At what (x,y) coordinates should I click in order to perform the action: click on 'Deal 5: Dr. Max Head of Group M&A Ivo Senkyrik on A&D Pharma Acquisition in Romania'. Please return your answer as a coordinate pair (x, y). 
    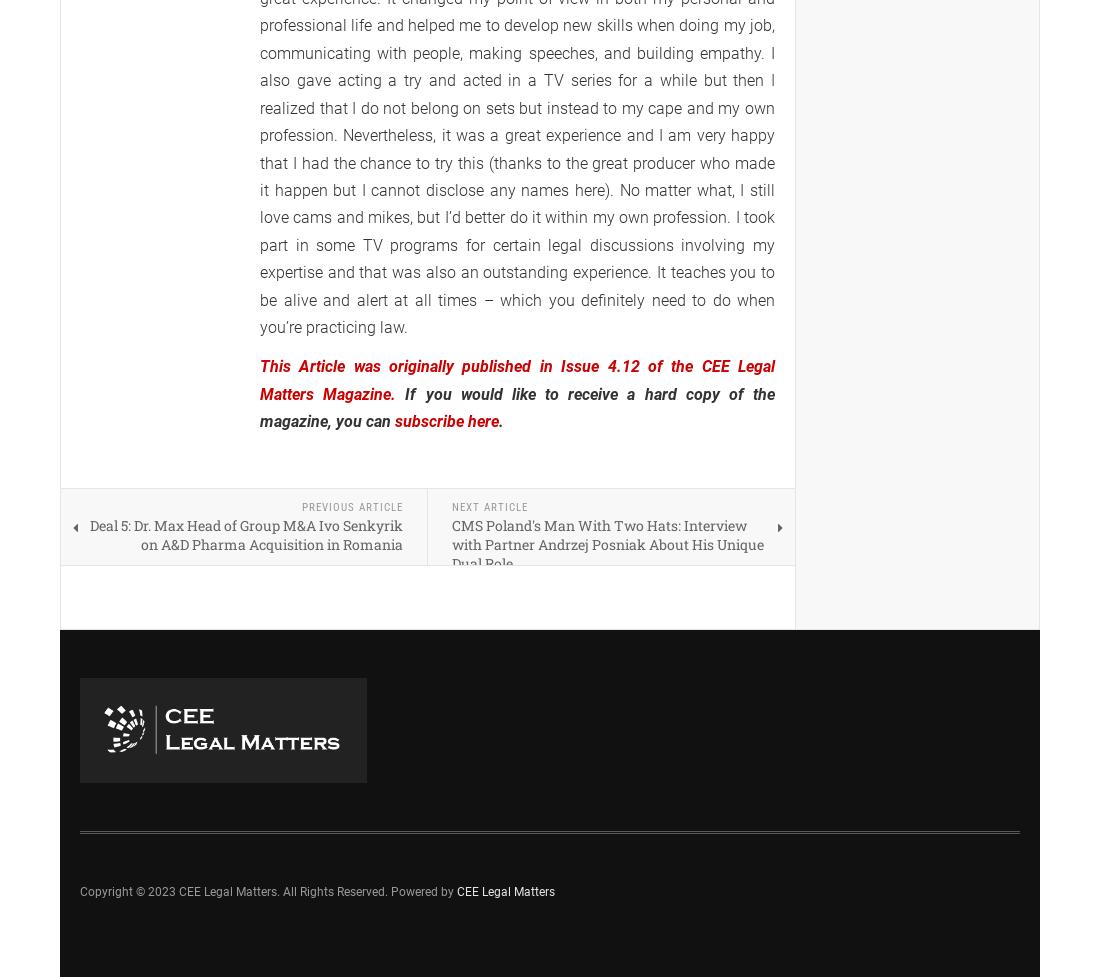
    Looking at the image, I should click on (246, 533).